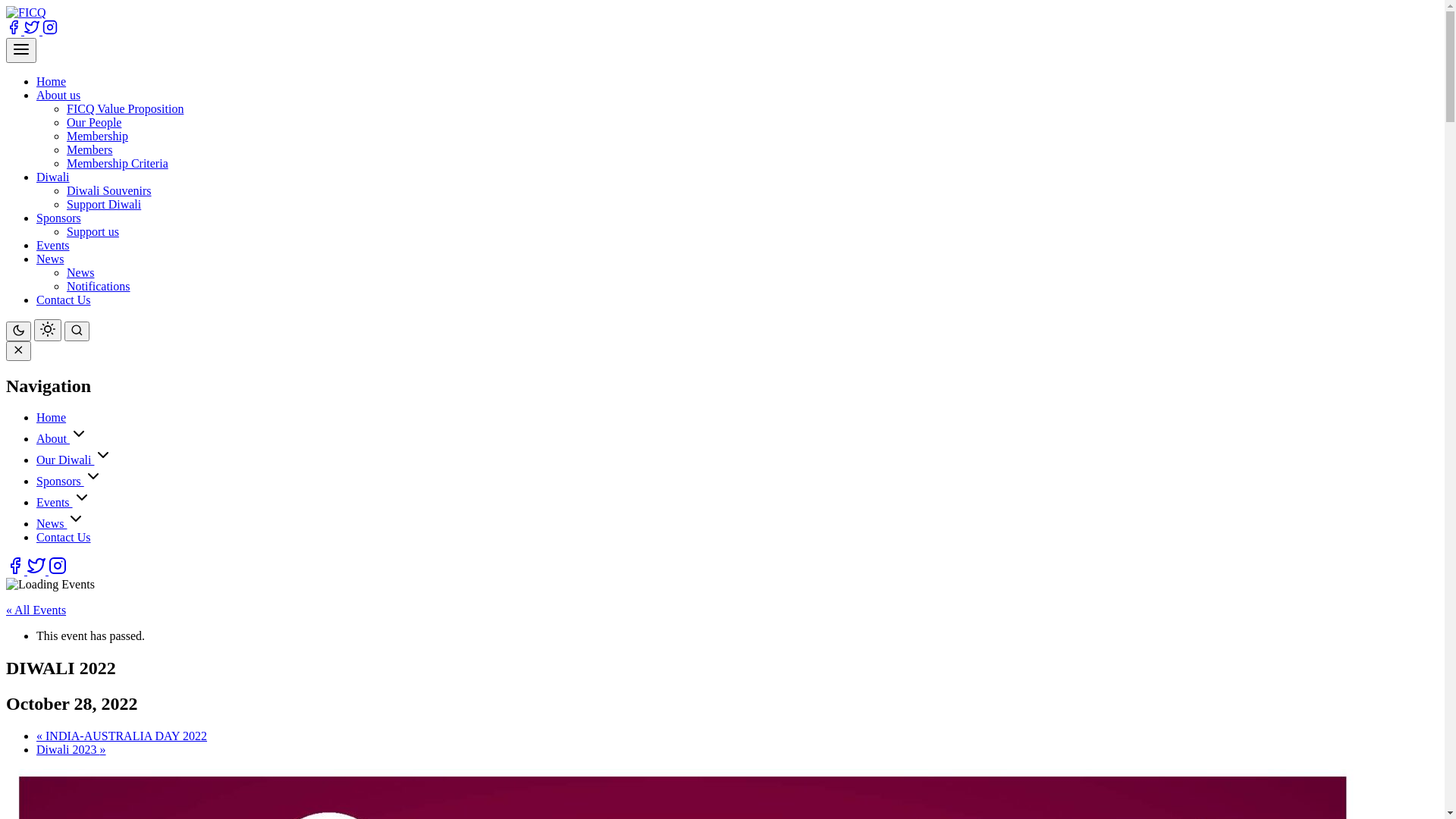 This screenshot has width=1456, height=819. What do you see at coordinates (36, 258) in the screenshot?
I see `'News'` at bounding box center [36, 258].